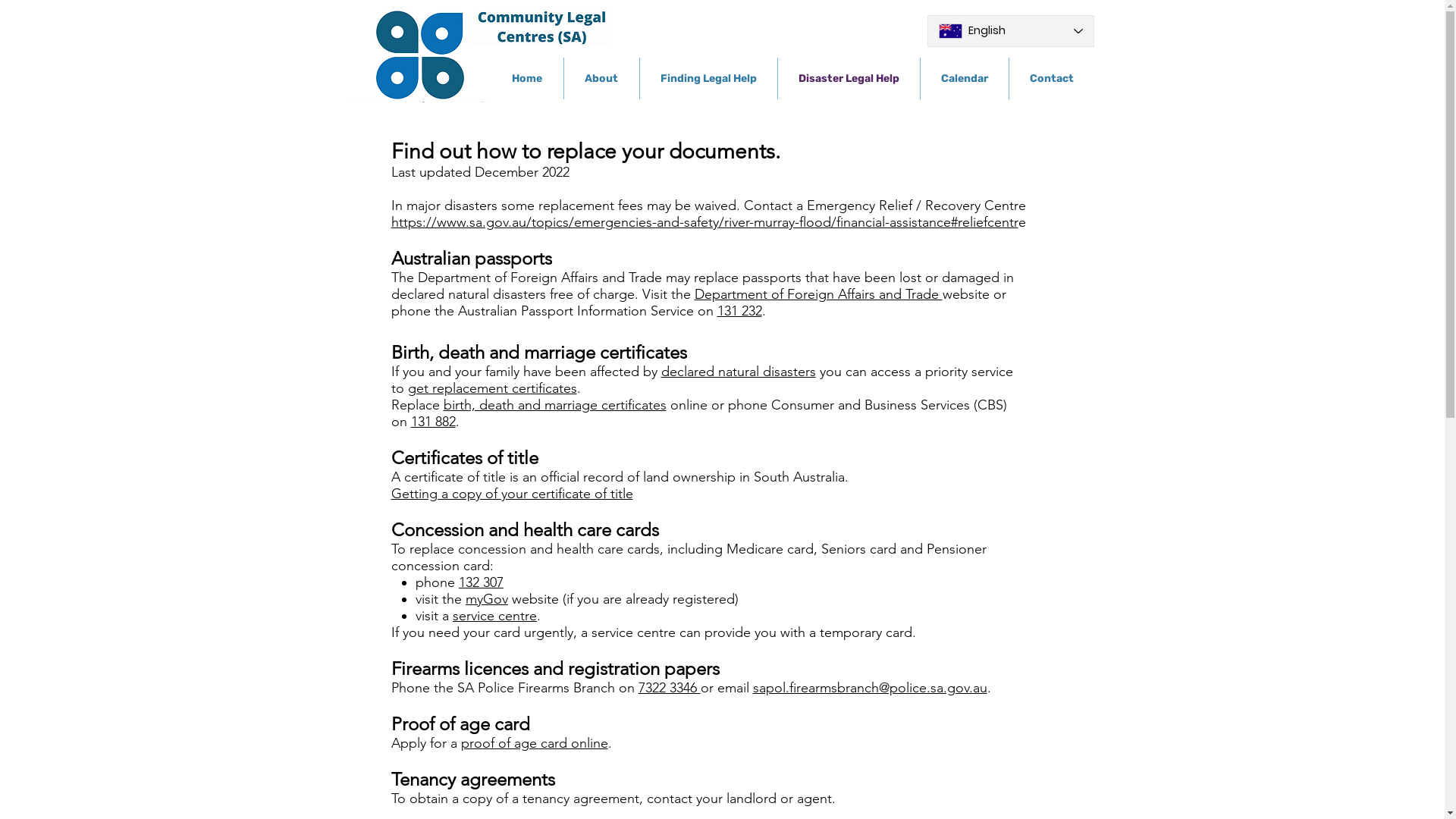 This screenshot has height=819, width=1456. What do you see at coordinates (527, 78) in the screenshot?
I see `'Home'` at bounding box center [527, 78].